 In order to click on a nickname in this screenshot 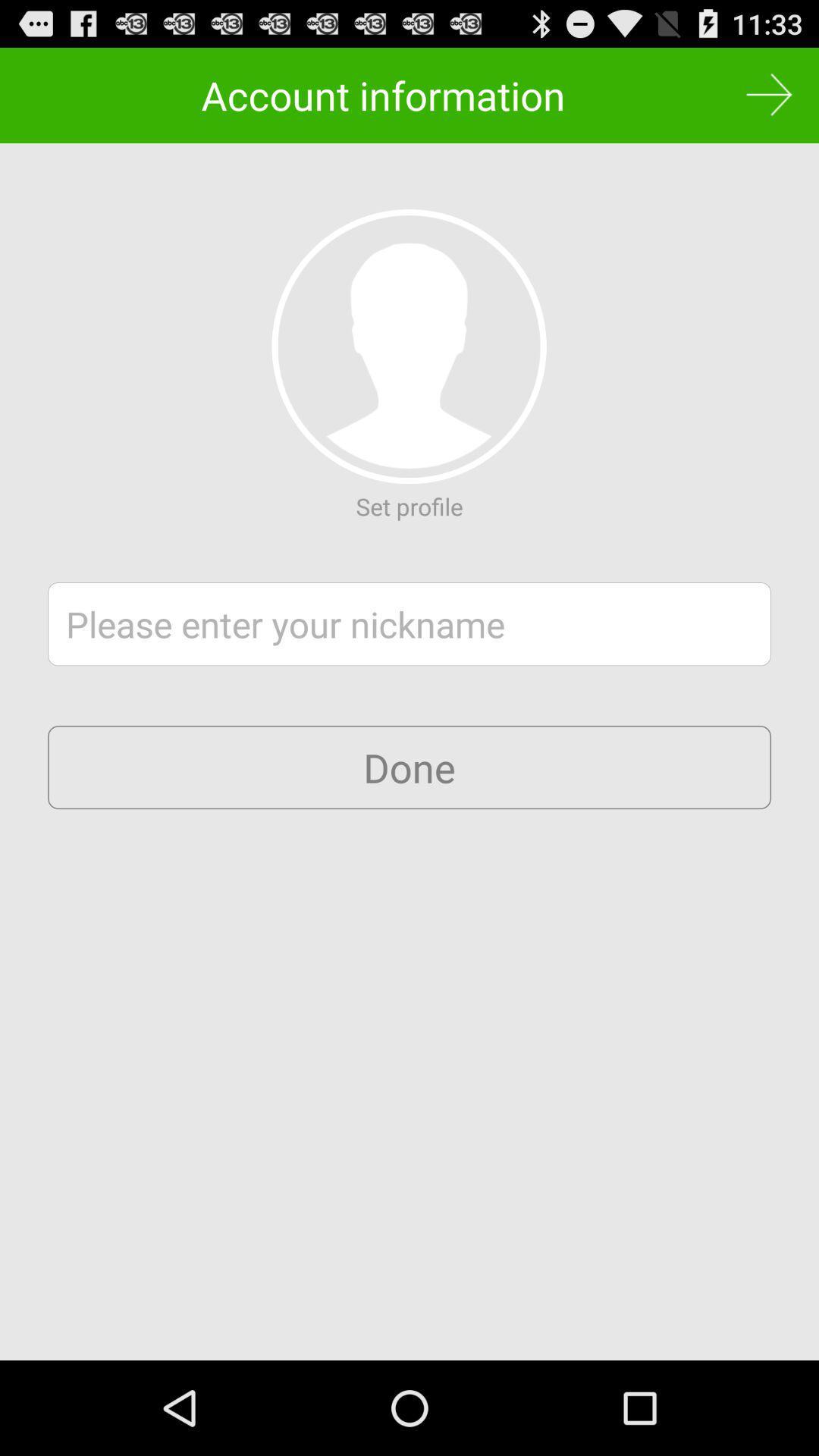, I will do `click(409, 624)`.